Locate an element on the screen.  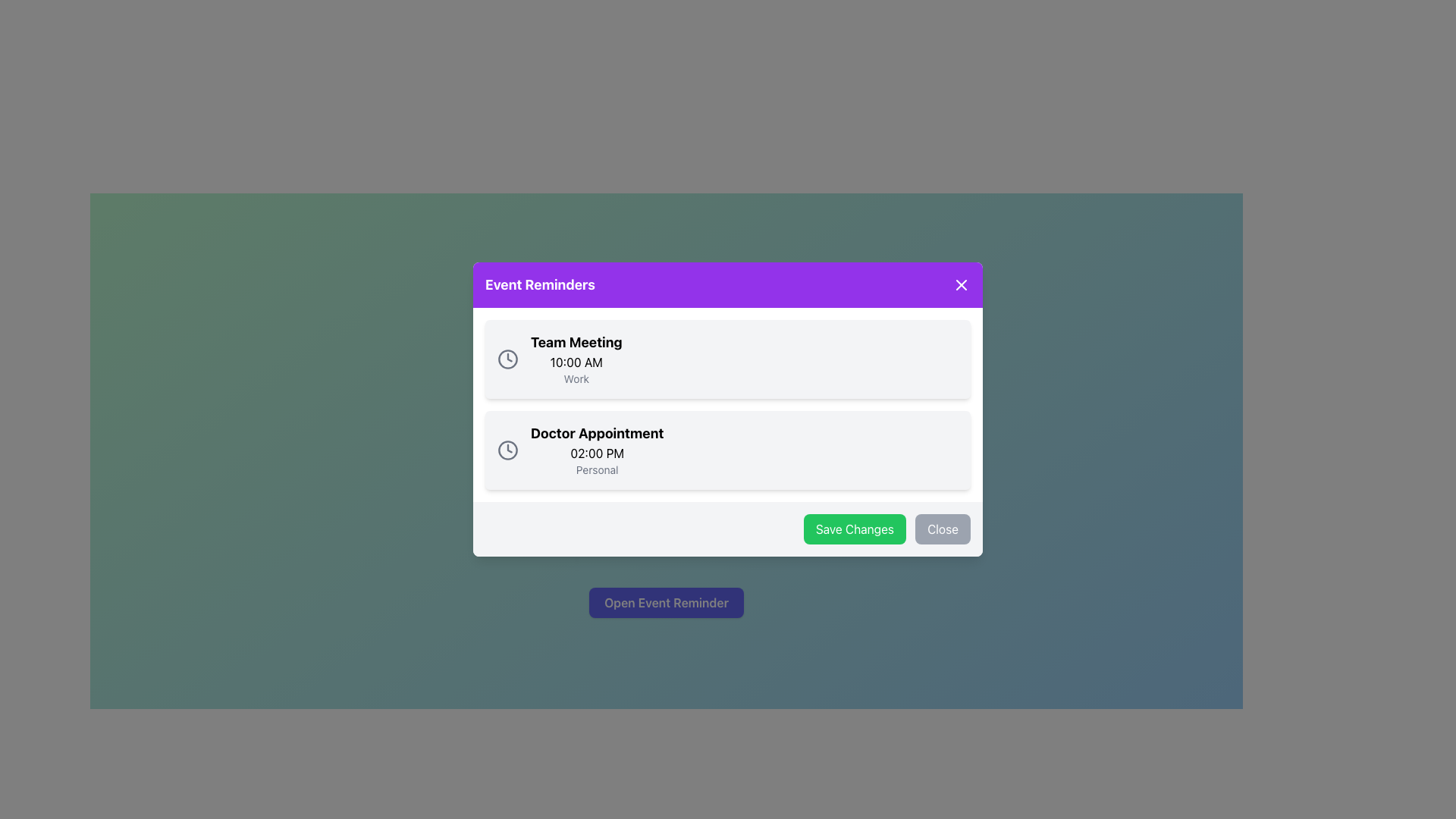
the time indicator text label for the 'Team Meeting' event, which is positioned below the 'Team Meeting' text and above the 'Work' text in the 'Event Reminders' modal is located at coordinates (576, 362).